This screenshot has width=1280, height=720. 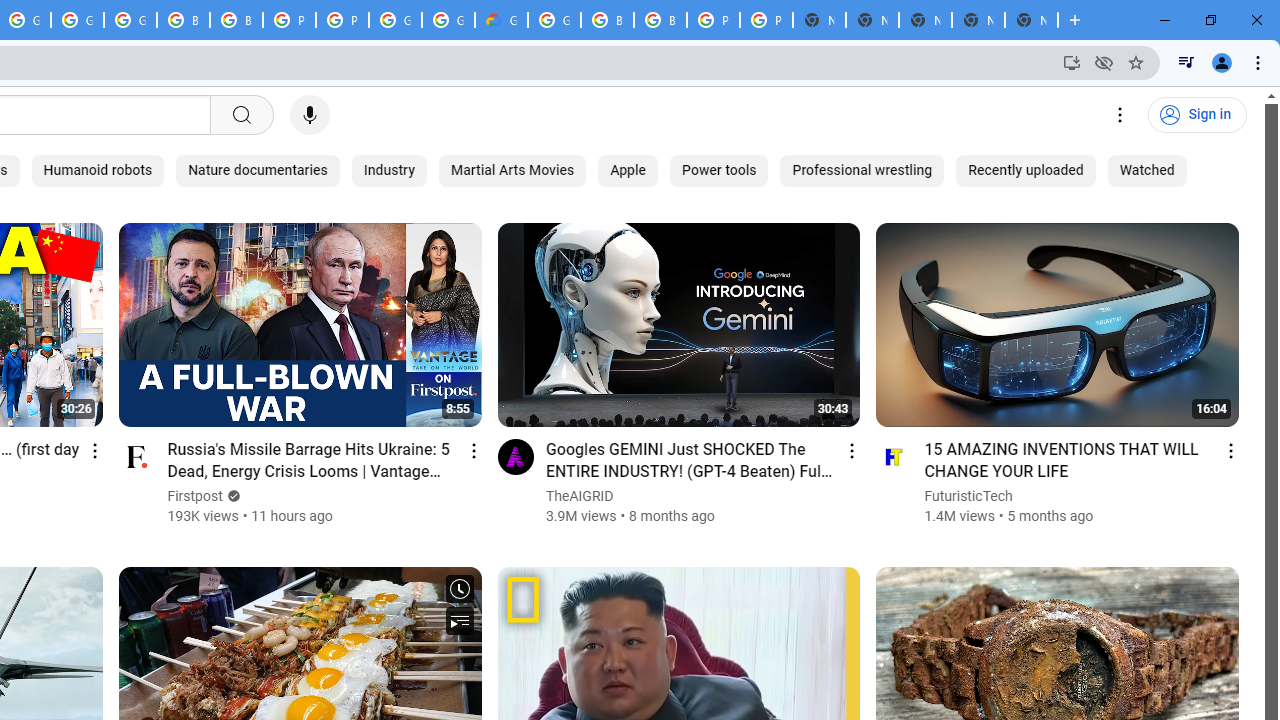 I want to click on 'Firstpost', so click(x=195, y=495).